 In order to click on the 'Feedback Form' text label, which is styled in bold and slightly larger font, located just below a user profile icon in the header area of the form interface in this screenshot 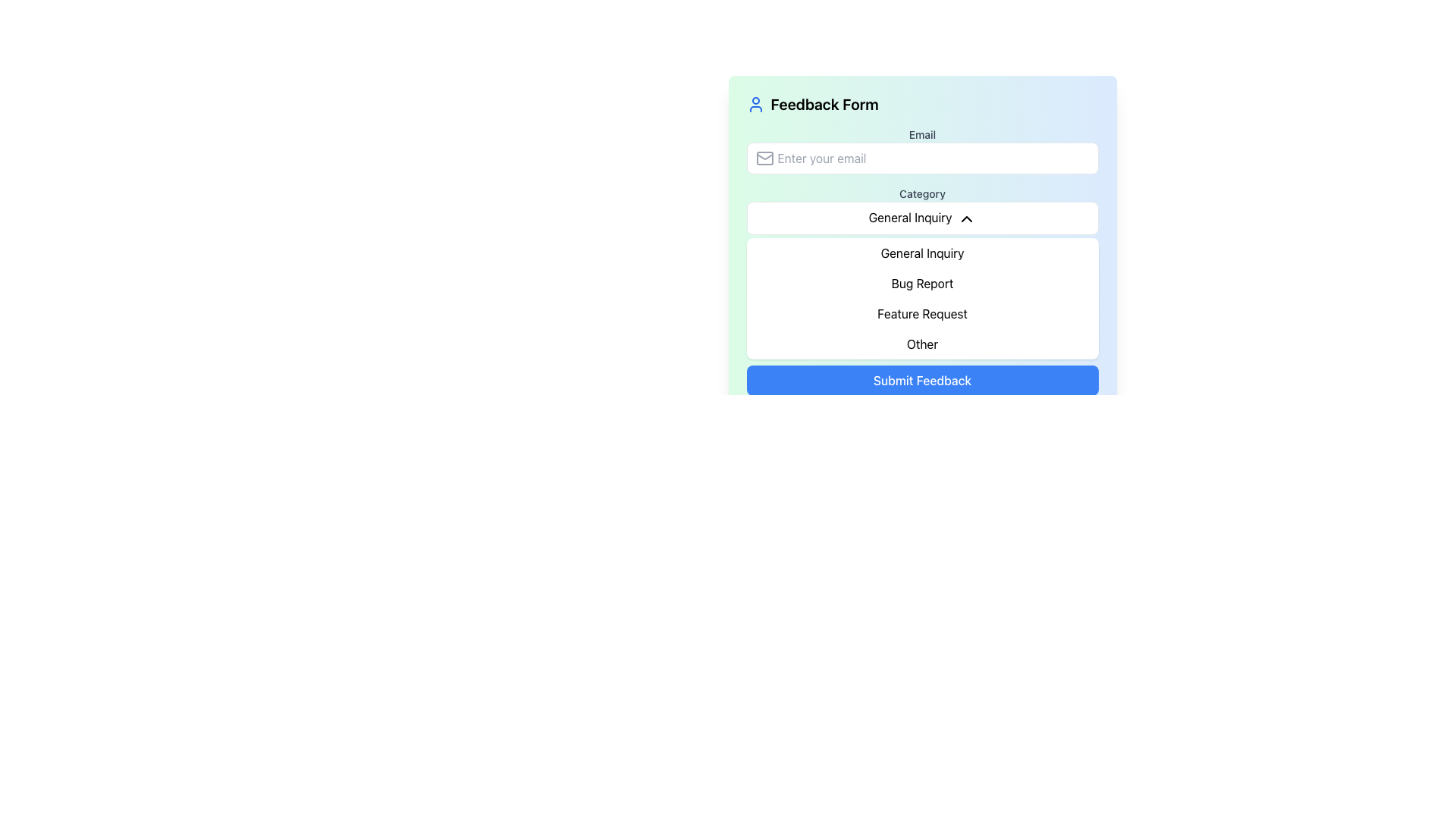, I will do `click(824, 104)`.